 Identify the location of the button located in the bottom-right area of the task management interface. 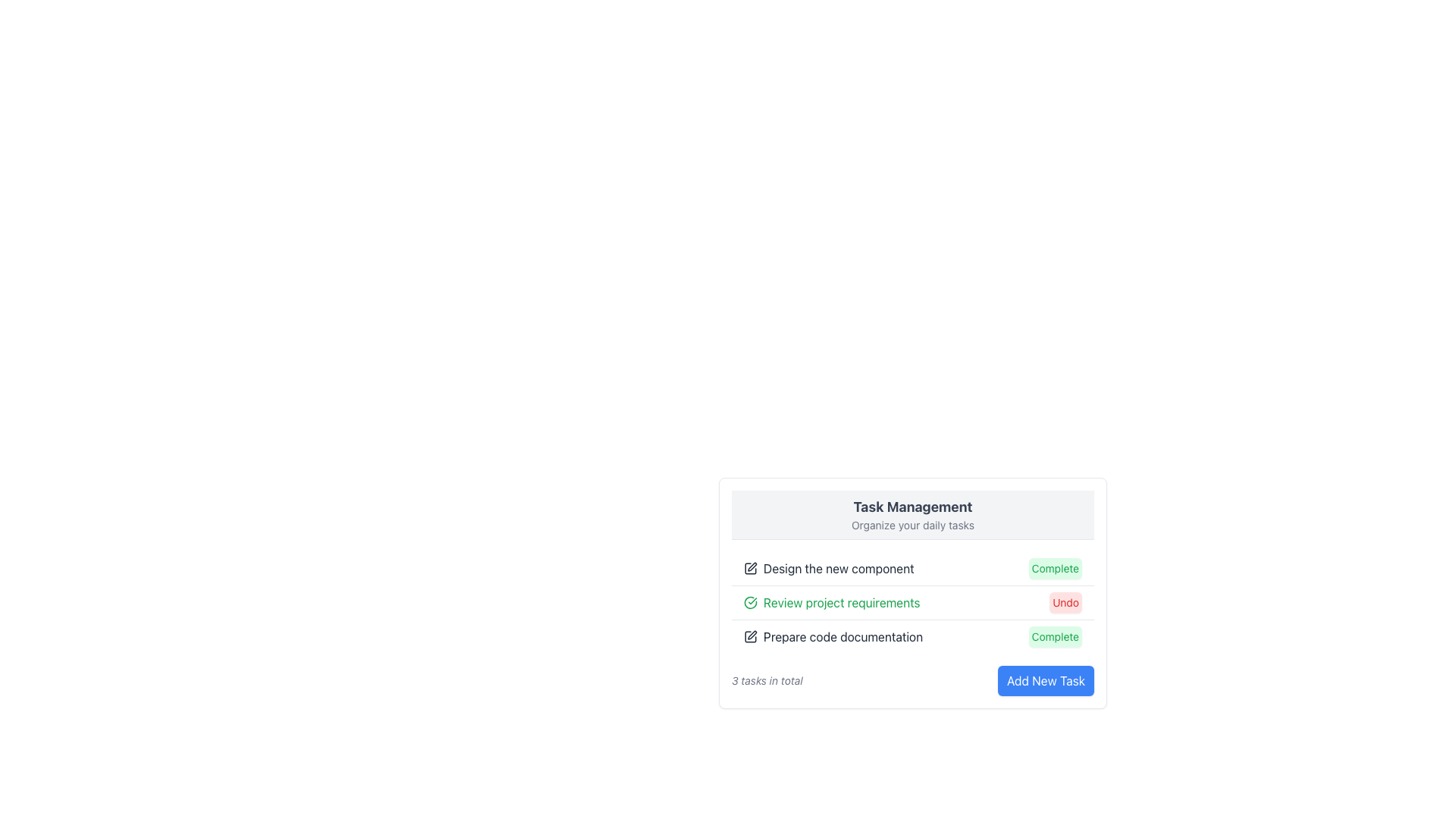
(1045, 680).